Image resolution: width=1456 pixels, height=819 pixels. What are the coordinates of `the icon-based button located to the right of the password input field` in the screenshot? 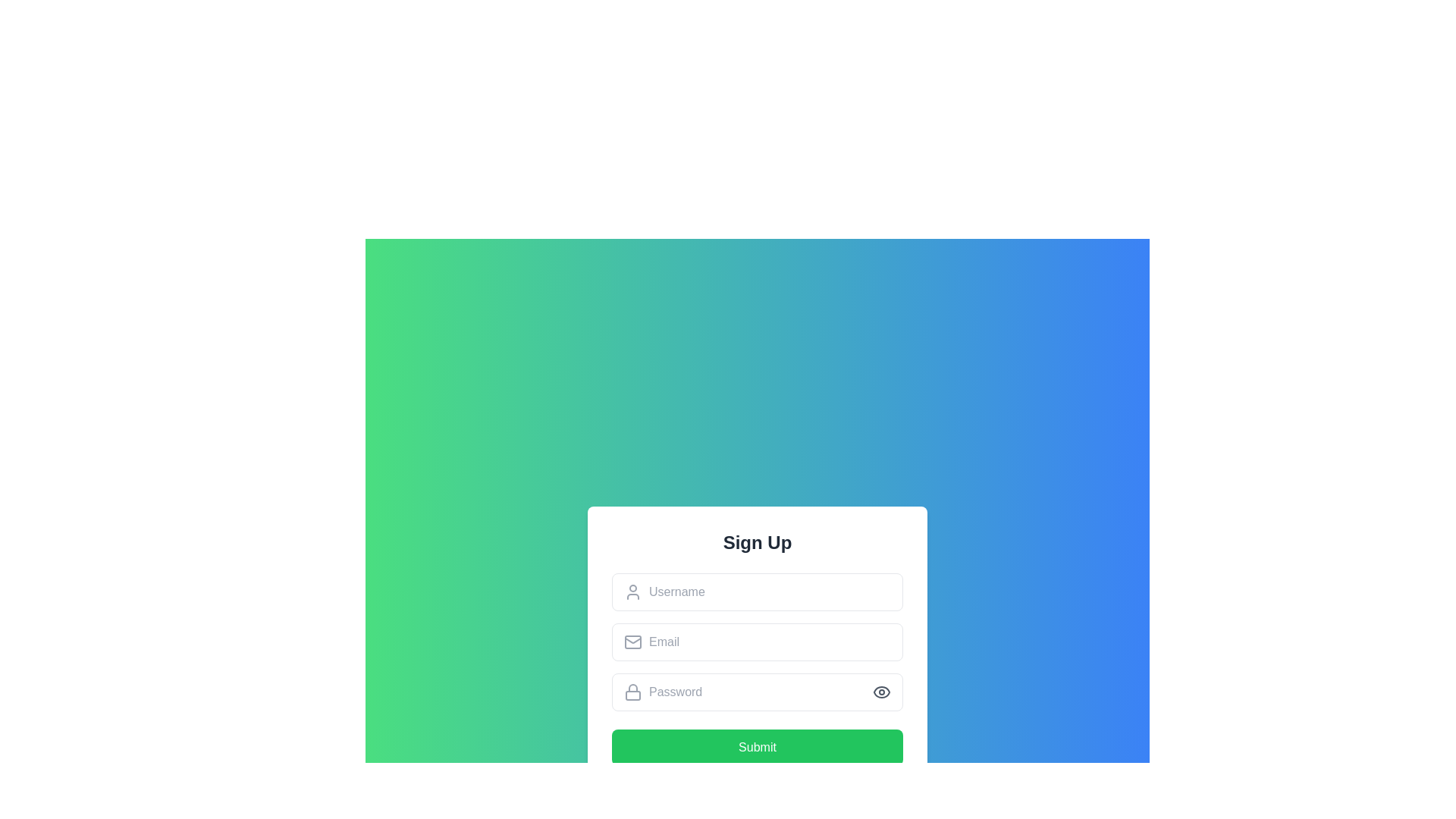 It's located at (881, 692).